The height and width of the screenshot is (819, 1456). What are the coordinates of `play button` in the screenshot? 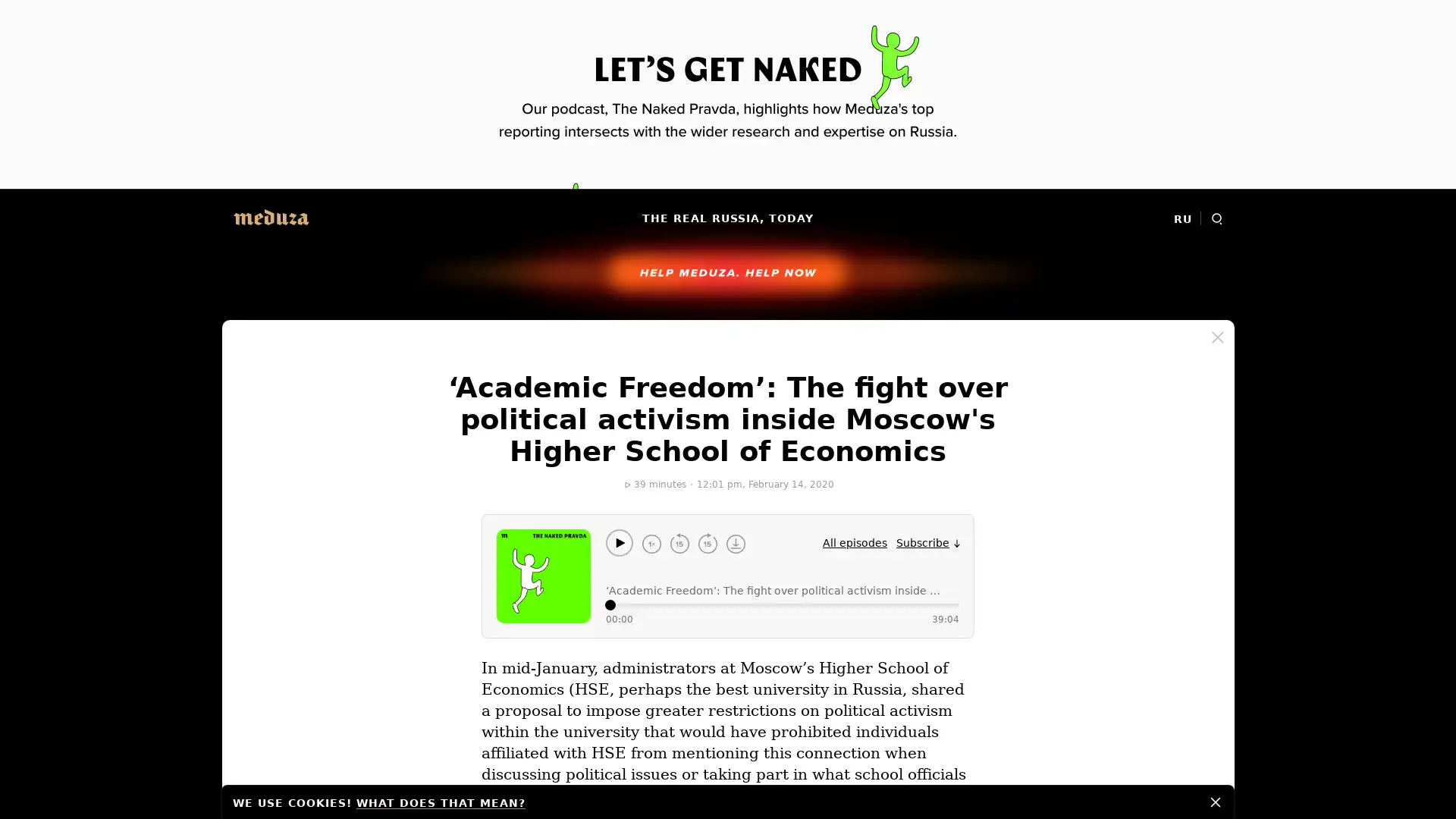 It's located at (619, 542).